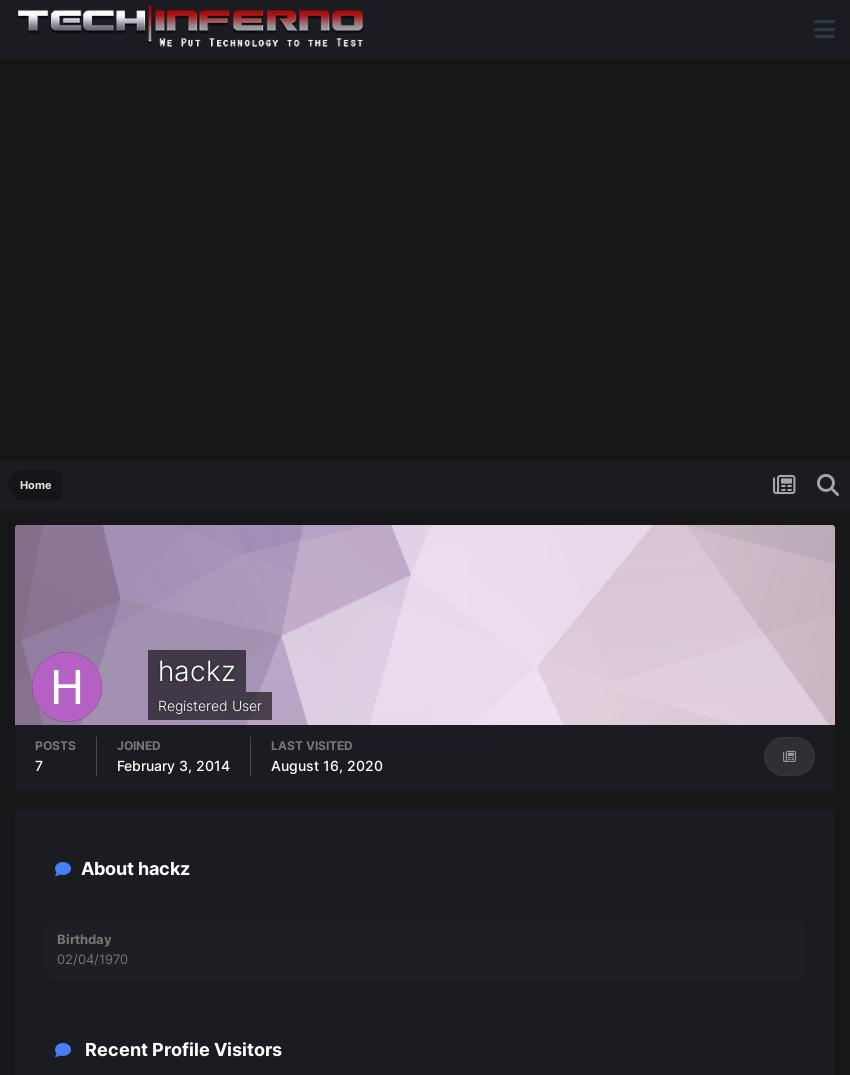 Image resolution: width=850 pixels, height=1075 pixels. What do you see at coordinates (34, 765) in the screenshot?
I see `'7'` at bounding box center [34, 765].